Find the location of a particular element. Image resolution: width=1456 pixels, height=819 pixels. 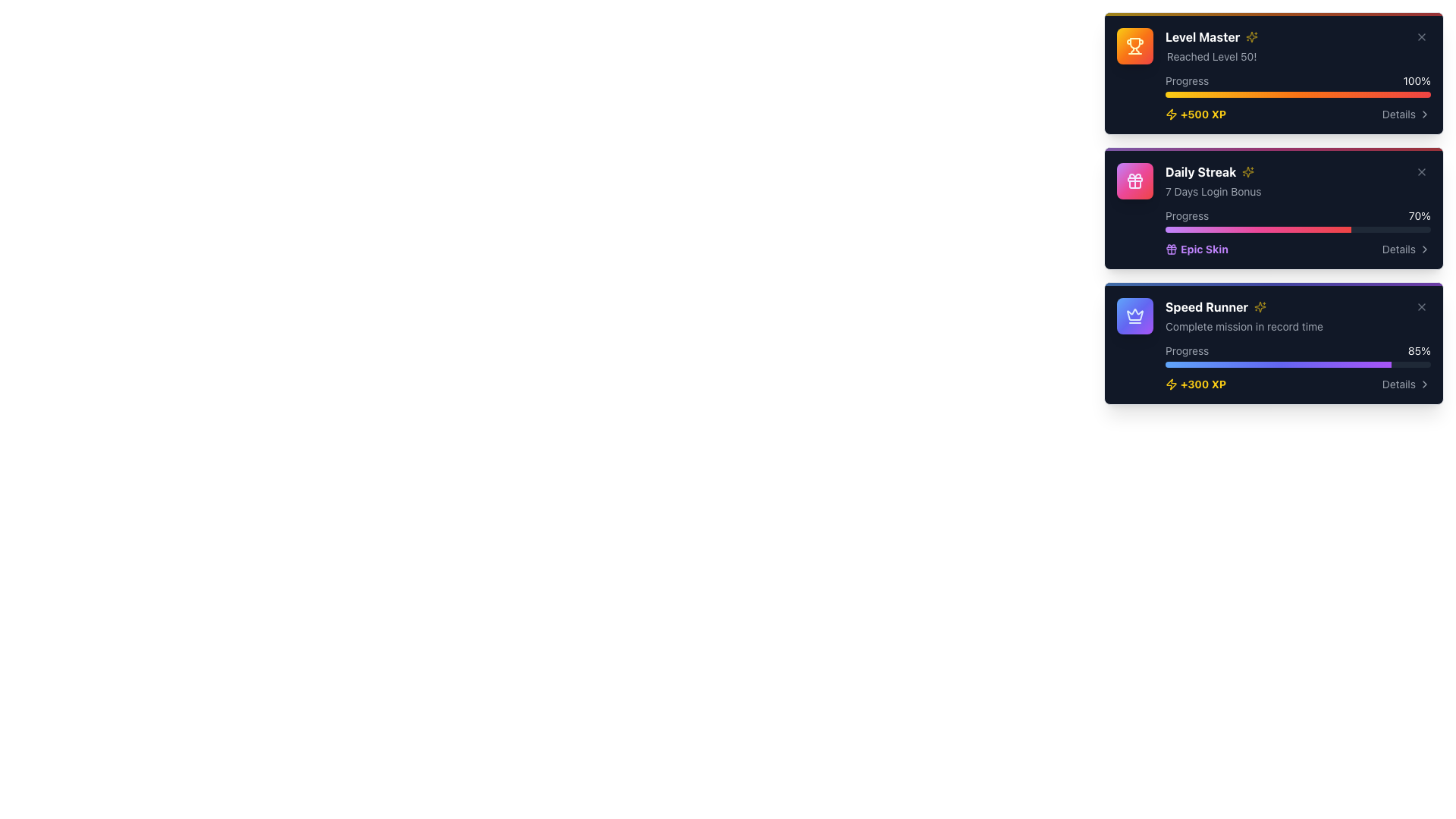

the interactive hyperlink section summarizing the reward for 'Epic Skin' located in the bottom right corner of the 'Daily Streak' card is located at coordinates (1298, 248).